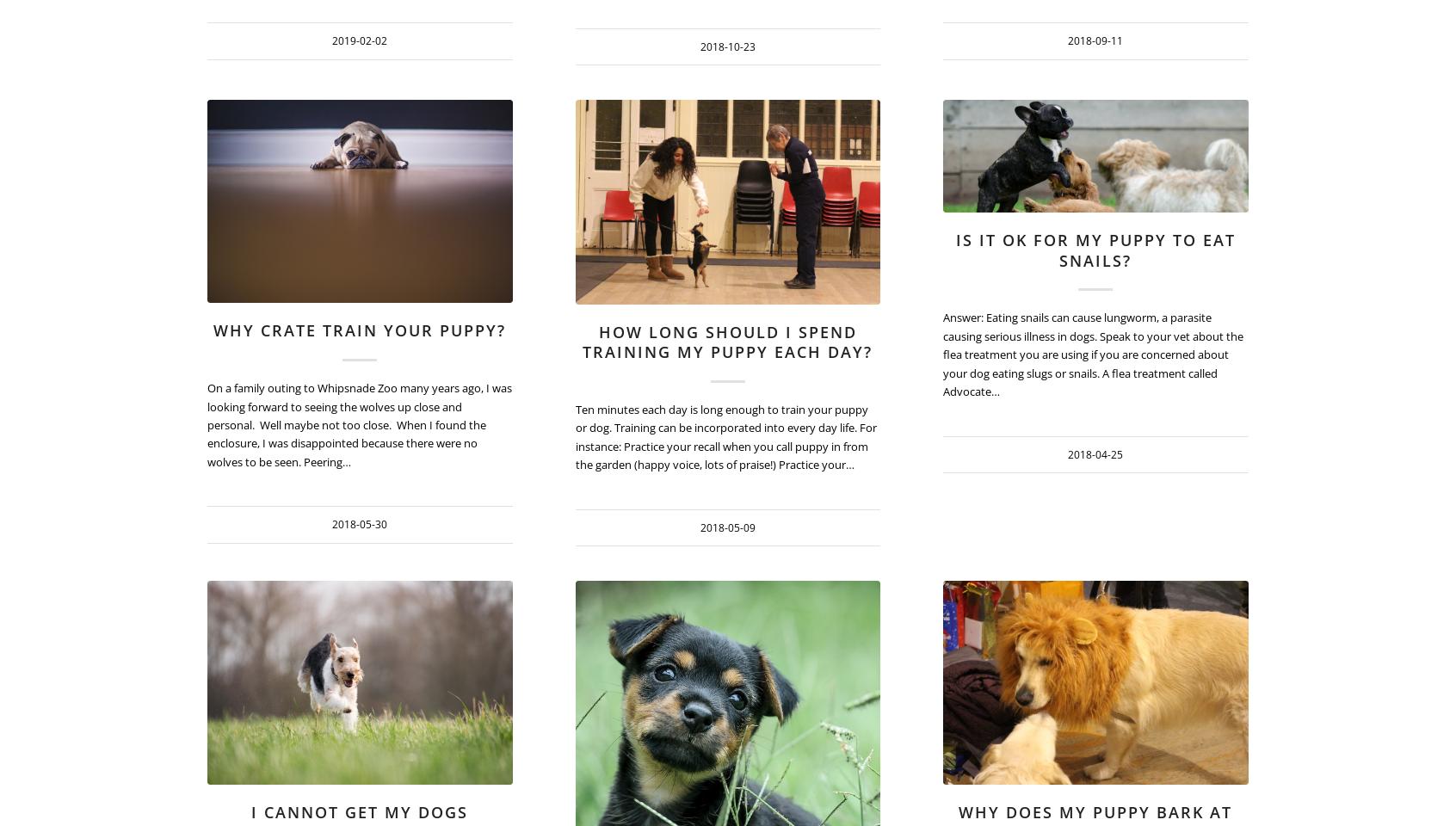  What do you see at coordinates (602, 218) in the screenshot?
I see `'2018-05-30 15:12:03'` at bounding box center [602, 218].